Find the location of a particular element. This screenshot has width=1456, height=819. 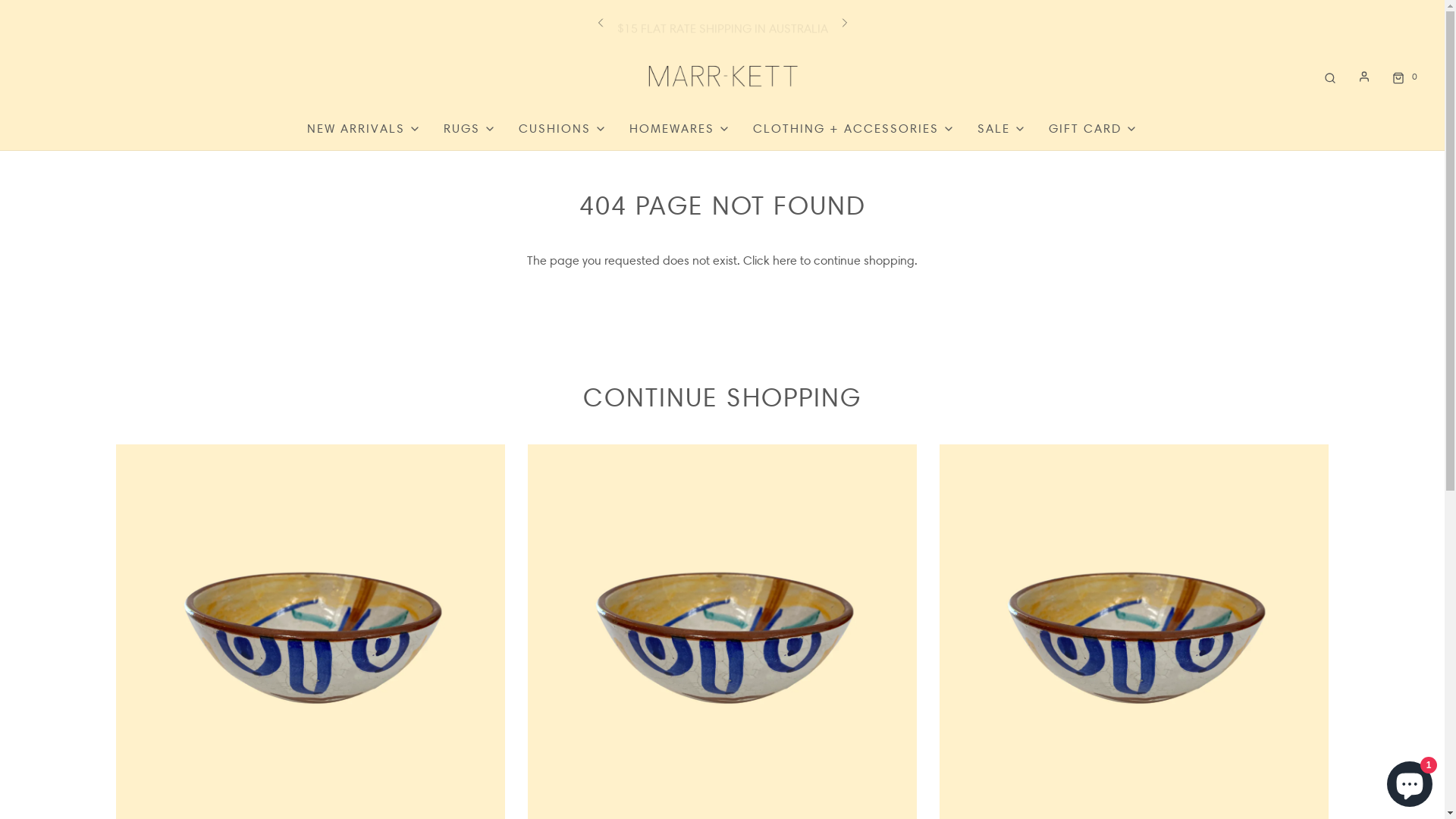

'HOMEWARES' is located at coordinates (679, 127).